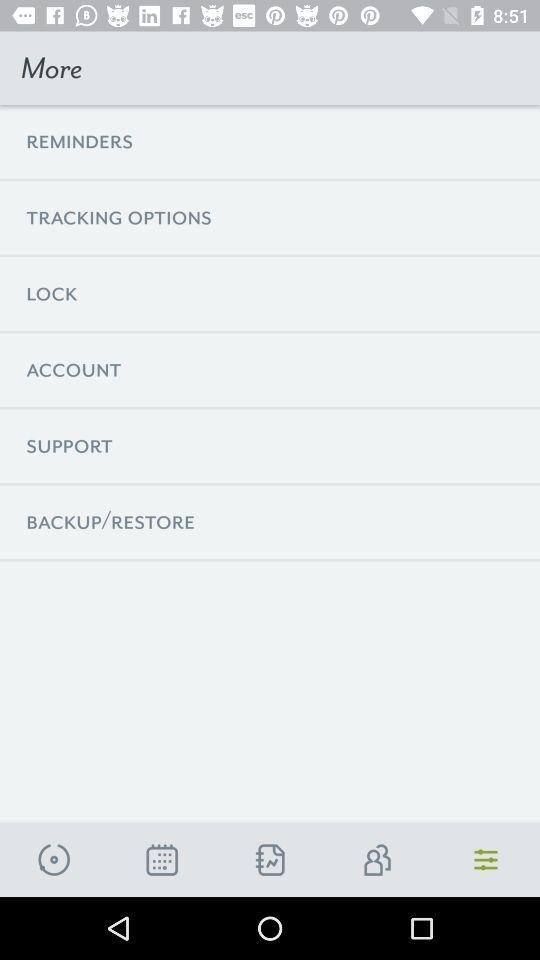 The width and height of the screenshot is (540, 960). I want to click on open calander, so click(161, 859).